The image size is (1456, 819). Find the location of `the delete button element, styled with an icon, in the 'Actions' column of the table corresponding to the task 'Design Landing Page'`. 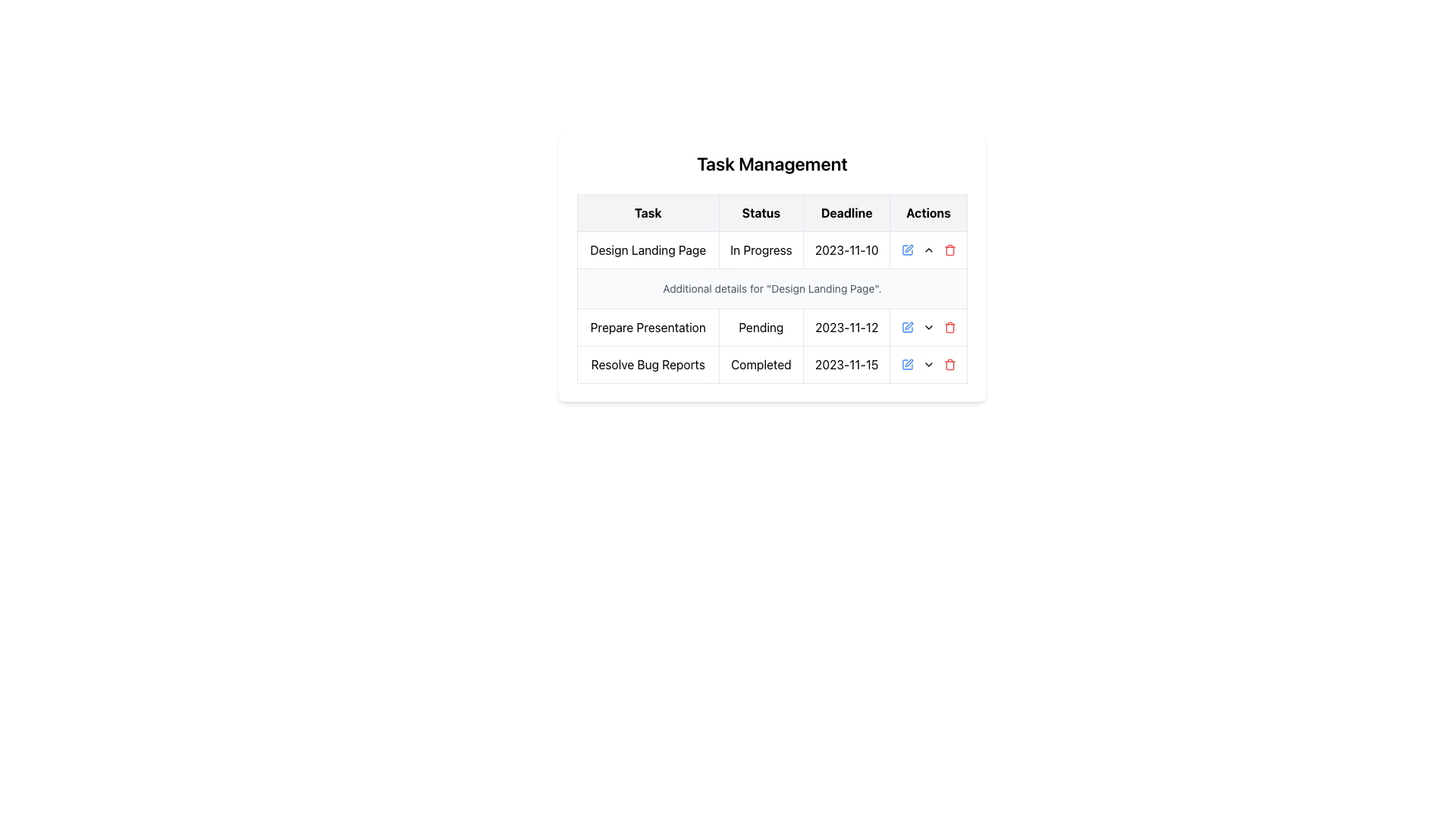

the delete button element, styled with an icon, in the 'Actions' column of the table corresponding to the task 'Design Landing Page' is located at coordinates (949, 249).